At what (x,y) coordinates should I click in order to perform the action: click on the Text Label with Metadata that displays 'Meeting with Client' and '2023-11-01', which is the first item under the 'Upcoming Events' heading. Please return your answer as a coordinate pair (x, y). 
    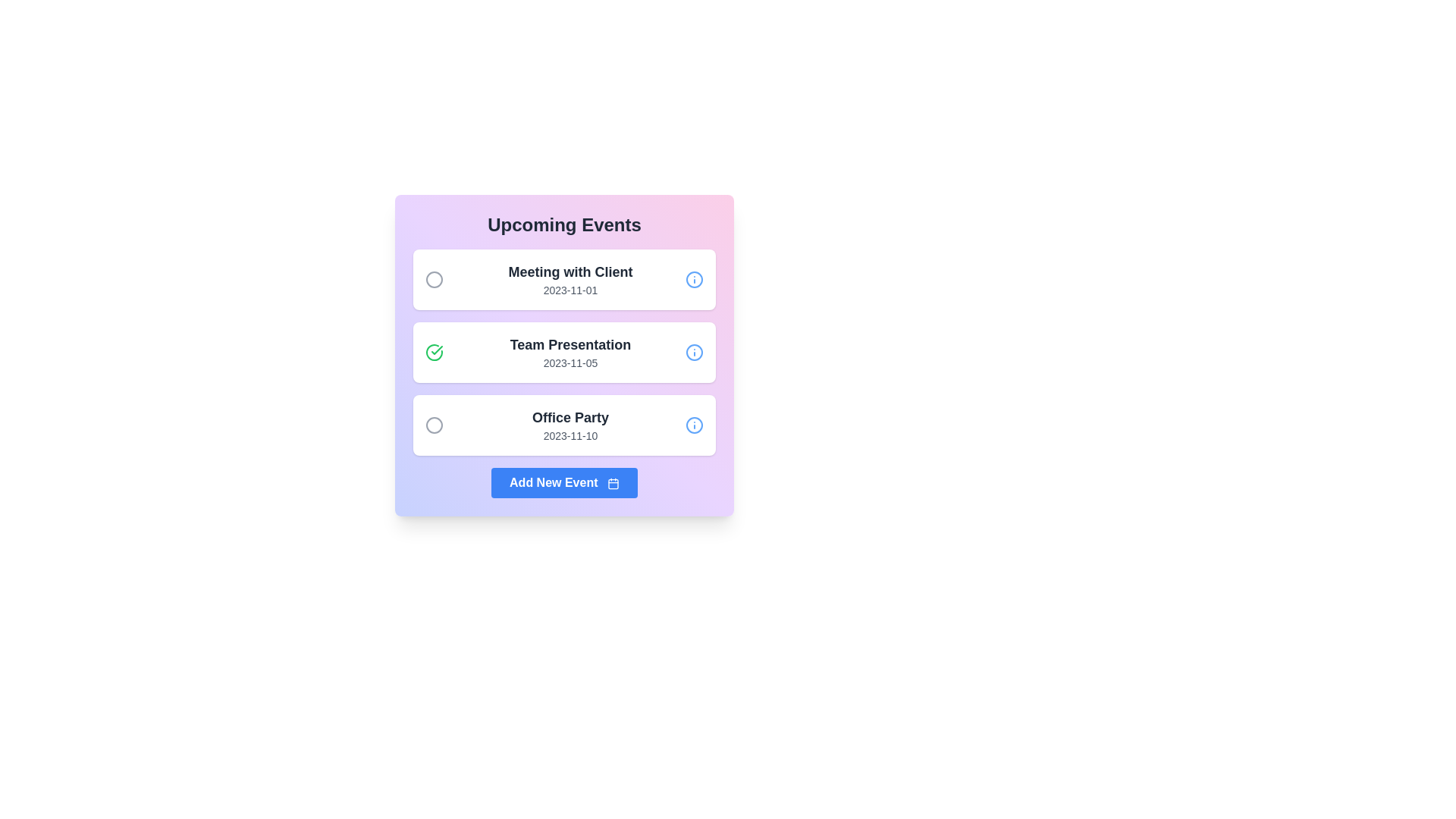
    Looking at the image, I should click on (570, 280).